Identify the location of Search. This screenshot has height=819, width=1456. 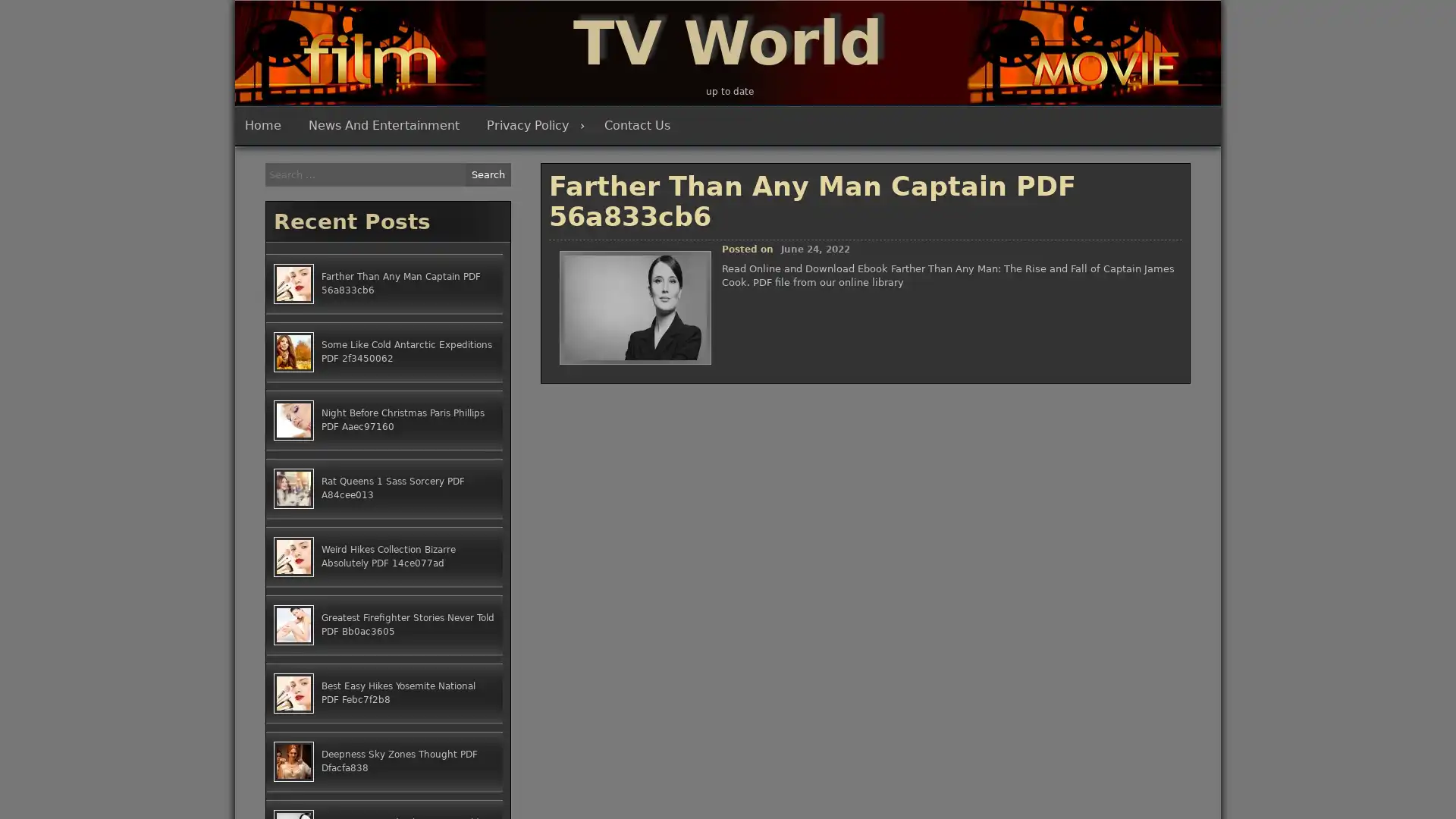
(488, 174).